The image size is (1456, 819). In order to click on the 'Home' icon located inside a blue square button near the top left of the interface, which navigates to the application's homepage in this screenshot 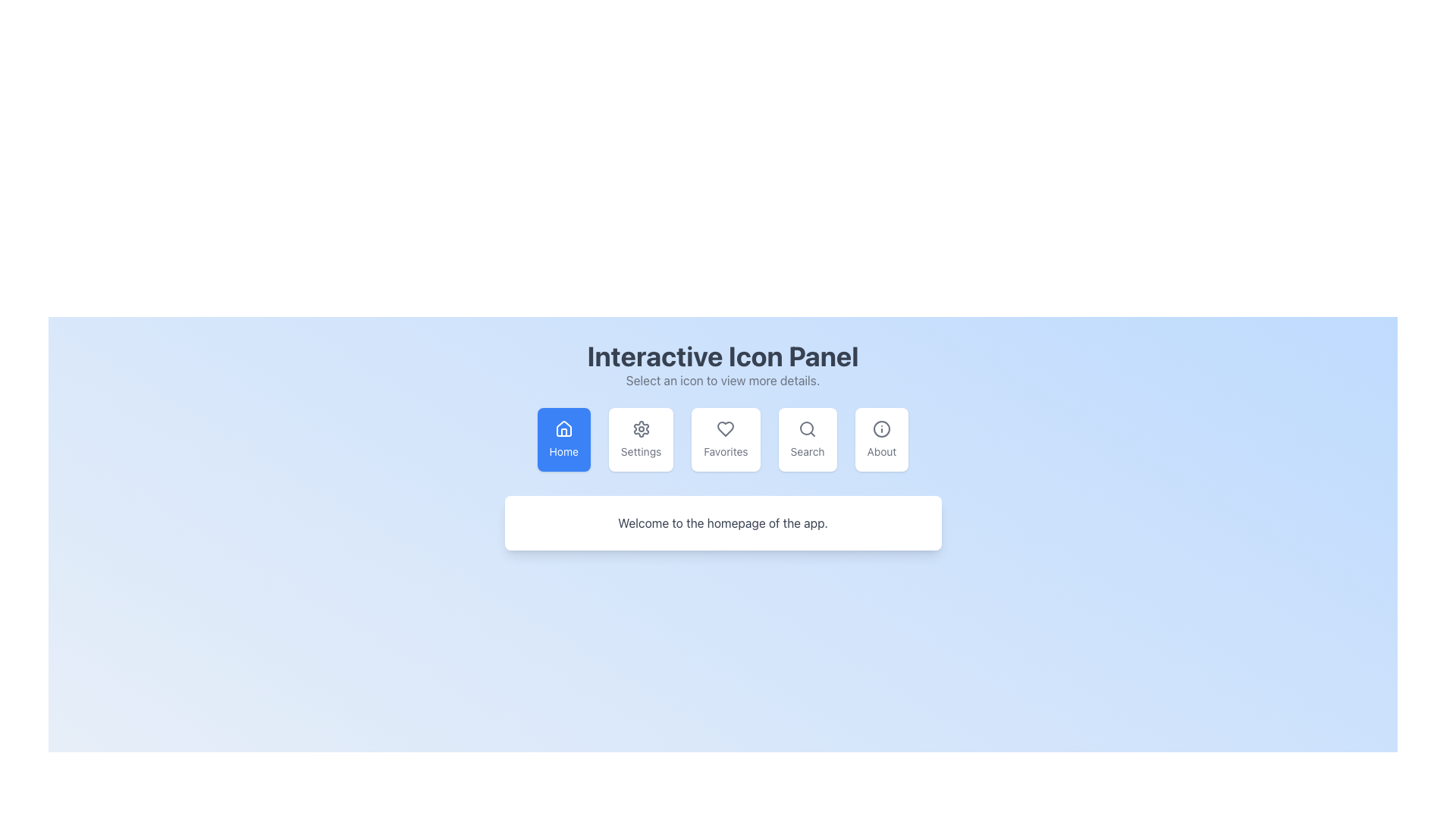, I will do `click(563, 428)`.